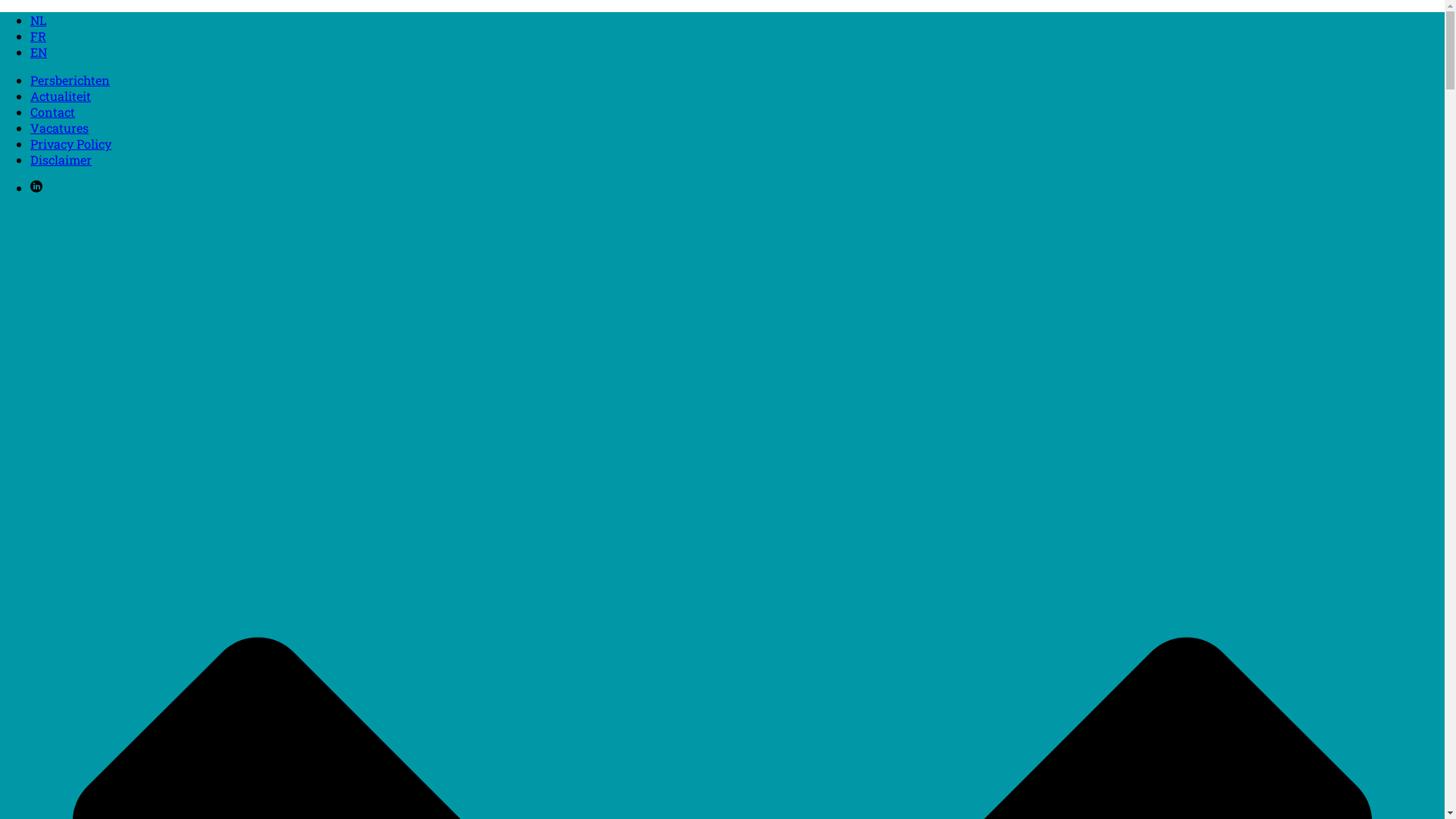 The height and width of the screenshot is (819, 1456). What do you see at coordinates (30, 143) in the screenshot?
I see `'Privacy Policy'` at bounding box center [30, 143].